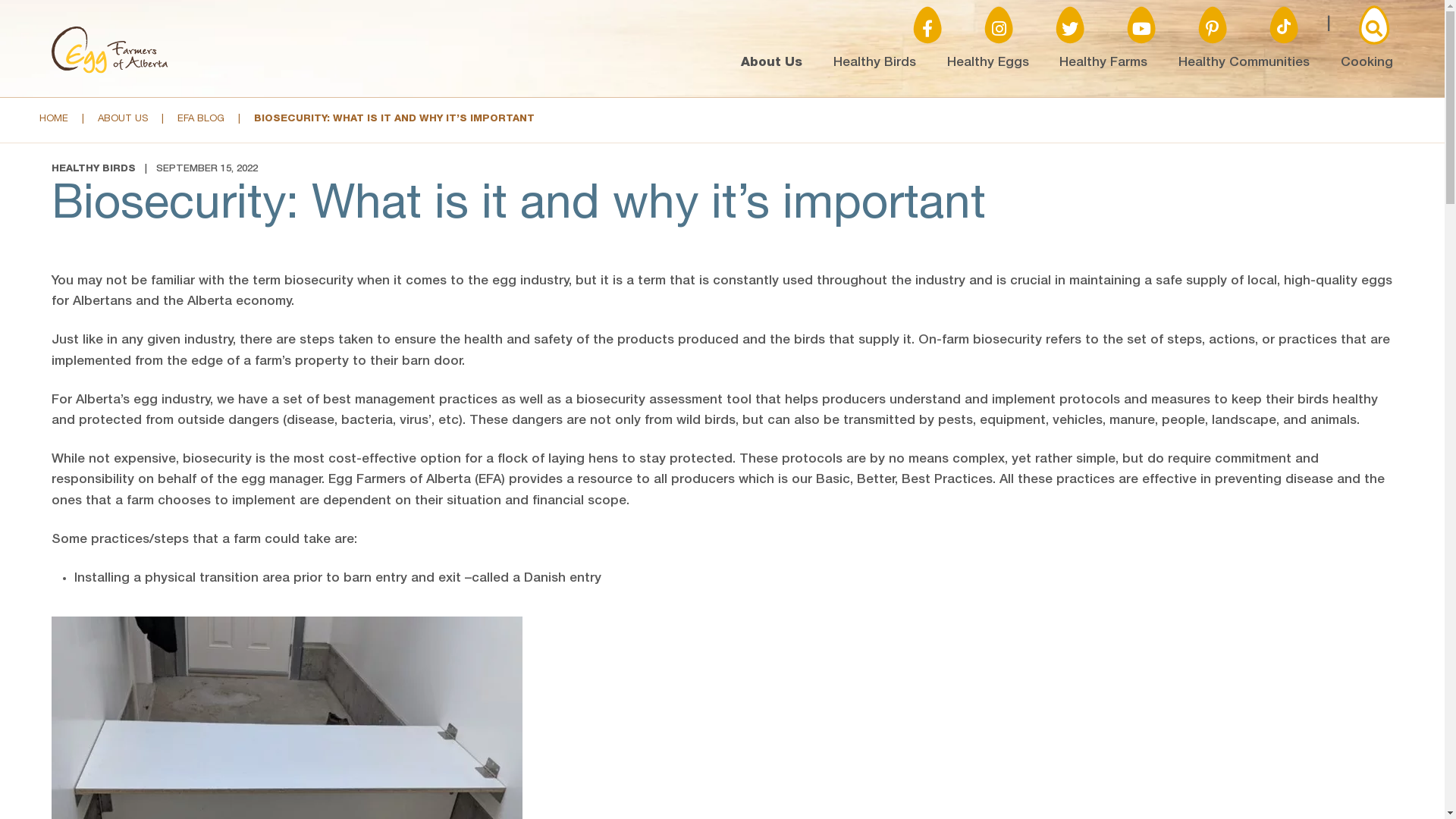 The width and height of the screenshot is (1456, 819). Describe the element at coordinates (771, 62) in the screenshot. I see `'About Us'` at that location.